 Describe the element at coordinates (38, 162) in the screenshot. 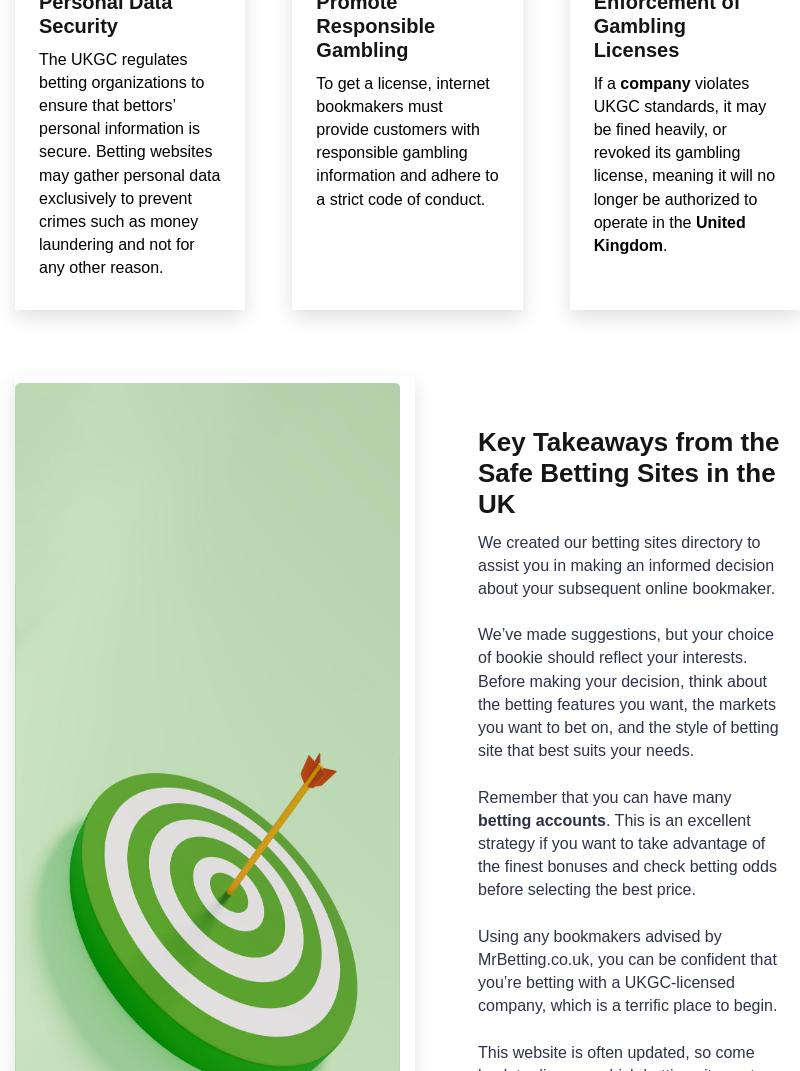

I see `'The UKGC regulates betting organizations to ensure that bettors’ personal information is secure. Betting websites may gather personal data exclusively to prevent crimes such as money laundering and not for any other reason.'` at that location.